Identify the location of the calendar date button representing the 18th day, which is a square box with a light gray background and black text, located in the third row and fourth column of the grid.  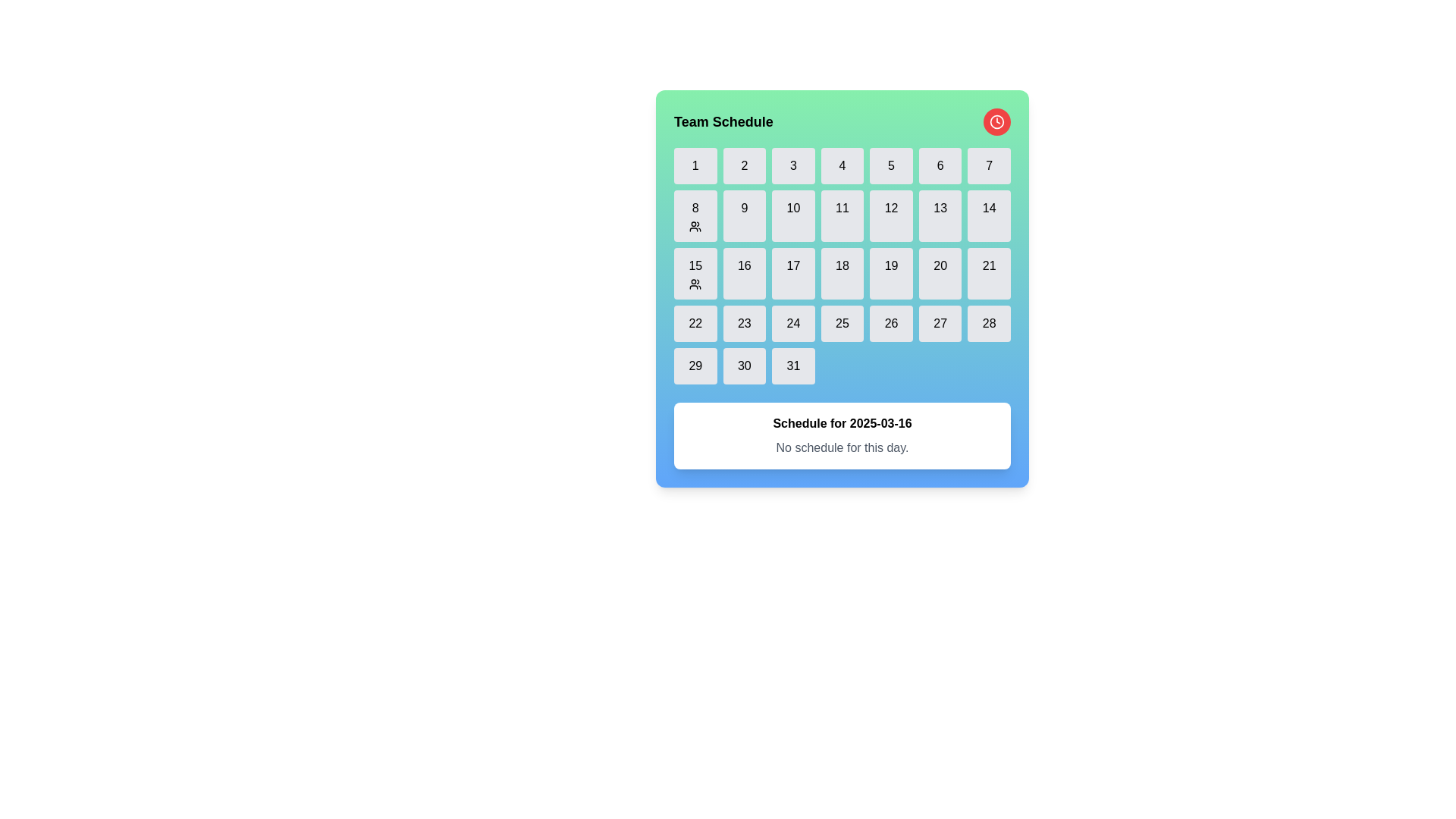
(841, 274).